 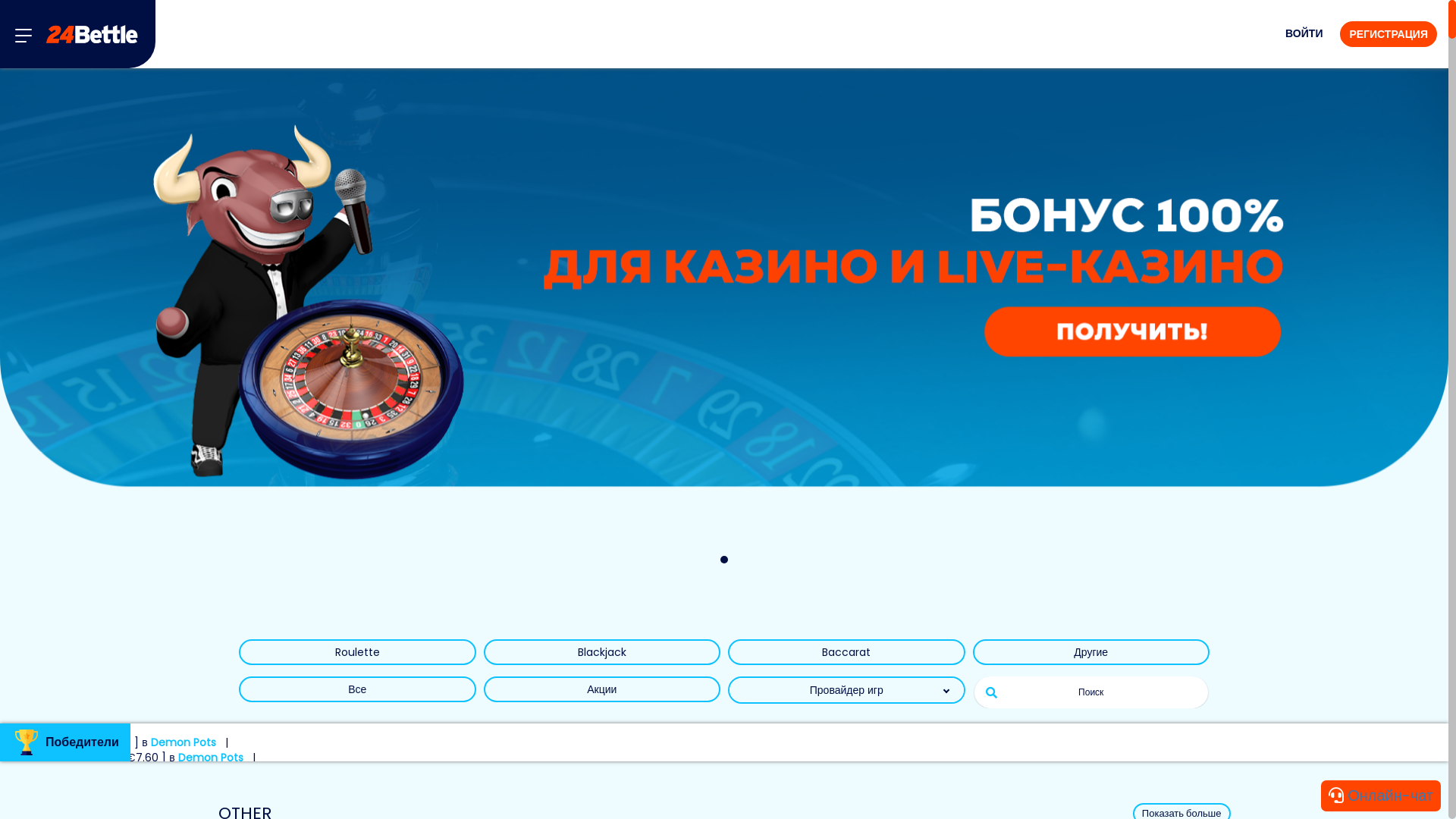 I want to click on 'Banner link', so click(x=0, y=318).